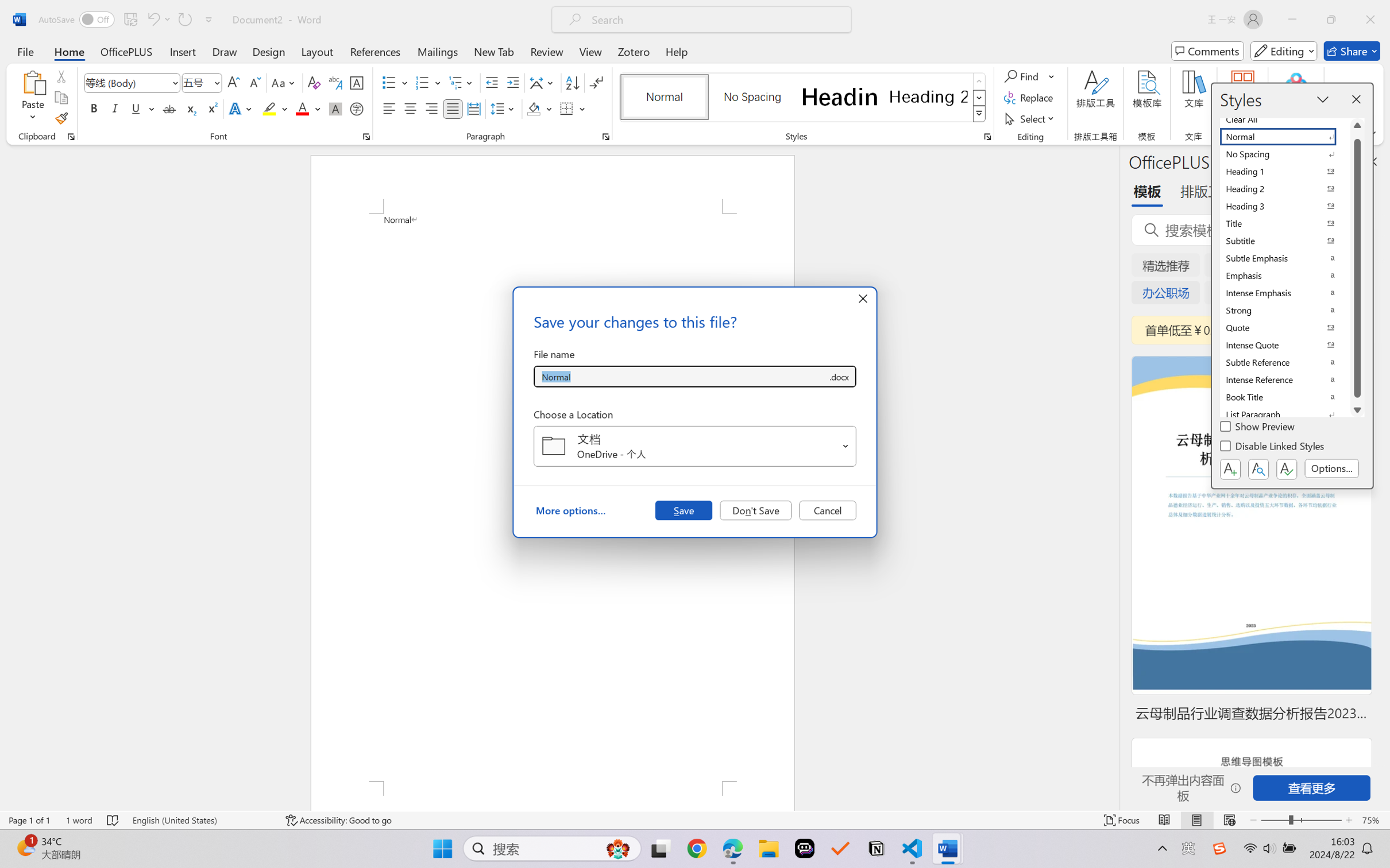 The height and width of the screenshot is (868, 1390). Describe the element at coordinates (241, 108) in the screenshot. I see `'Text Effects and Typography'` at that location.